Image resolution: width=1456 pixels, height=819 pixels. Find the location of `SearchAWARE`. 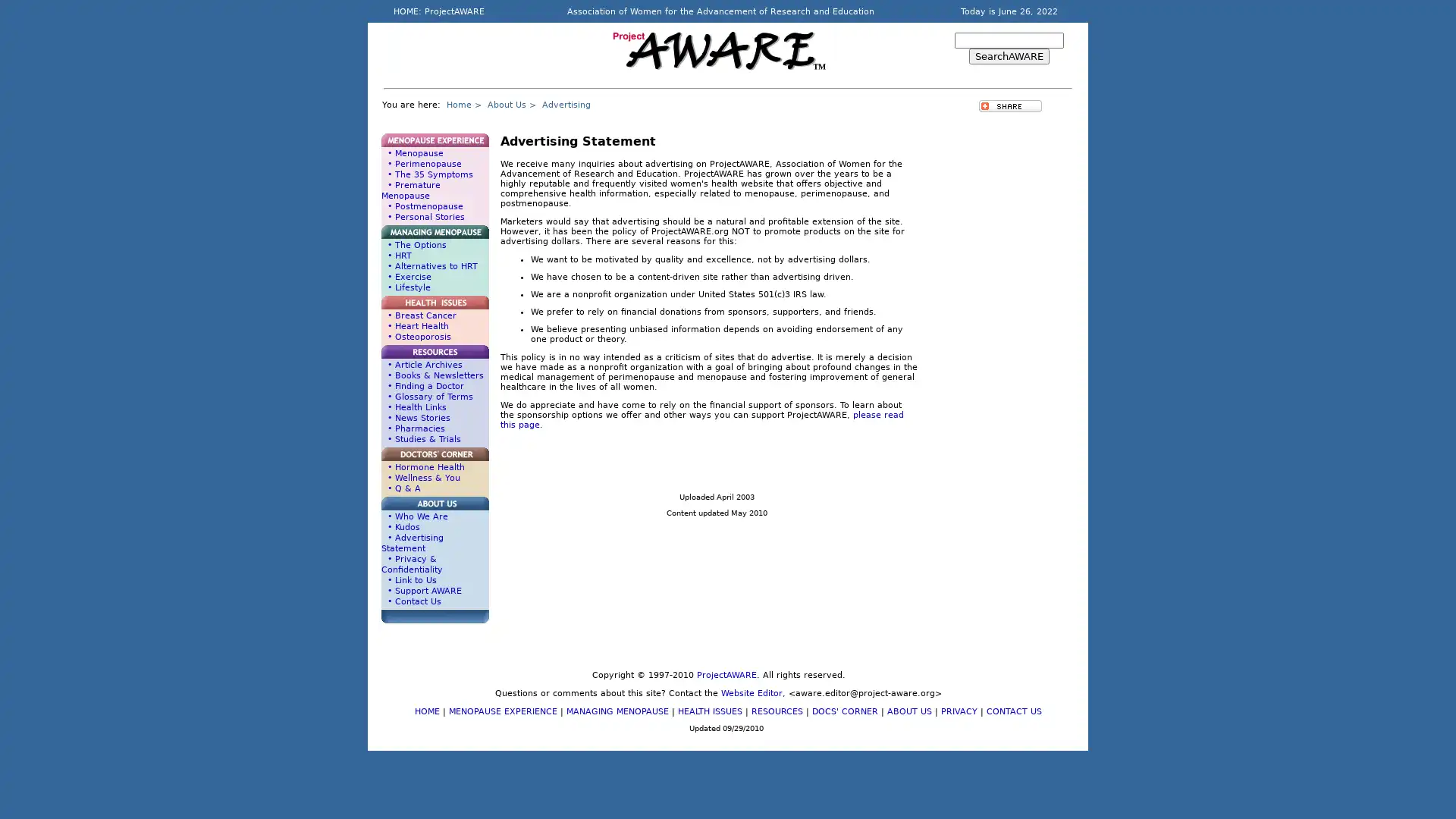

SearchAWARE is located at coordinates (1009, 55).